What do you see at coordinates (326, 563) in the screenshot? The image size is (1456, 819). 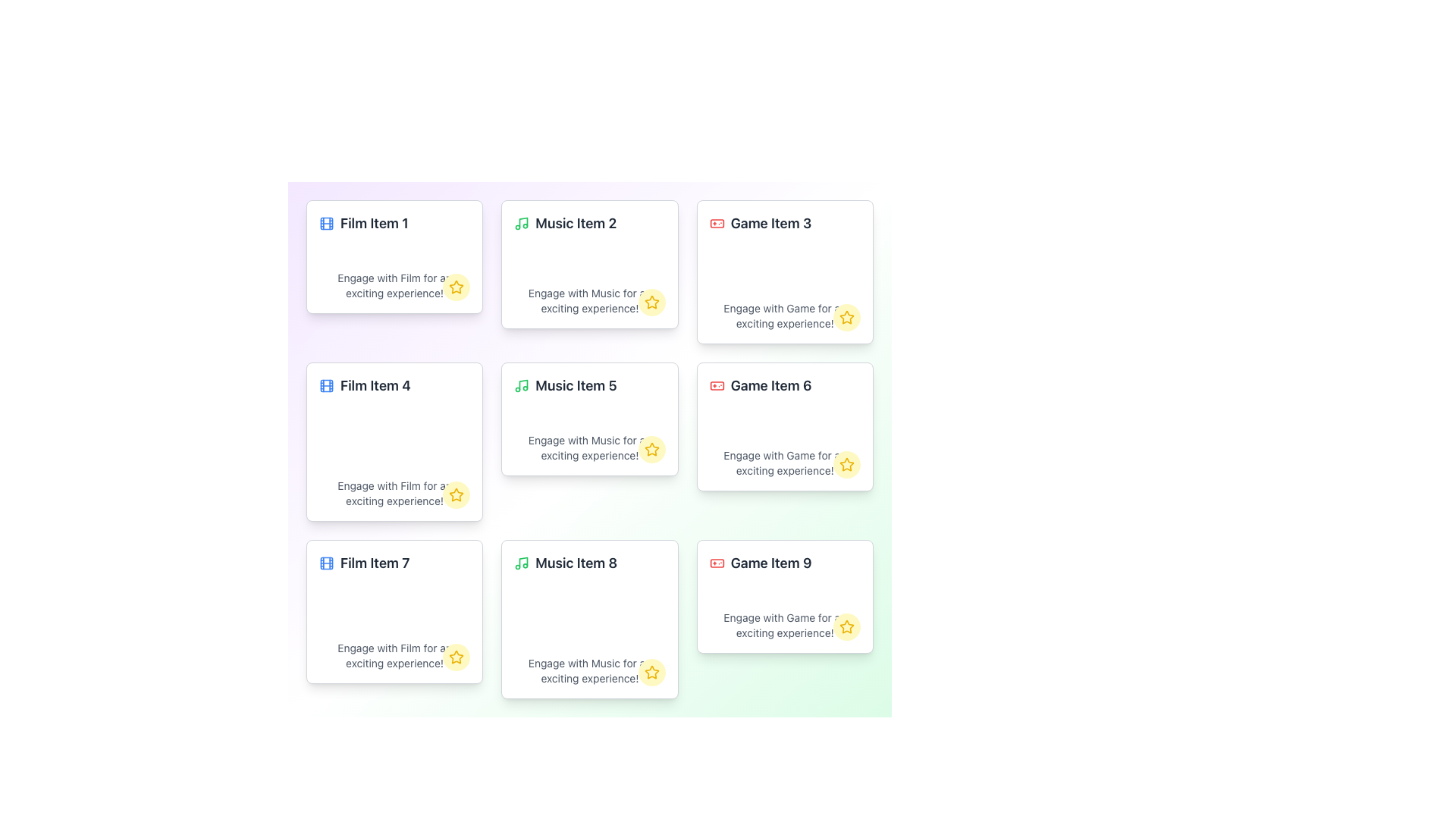 I see `the identifying icon of the 'Film Item 7' card, located at the top left corner to differentiate it from other categories` at bounding box center [326, 563].